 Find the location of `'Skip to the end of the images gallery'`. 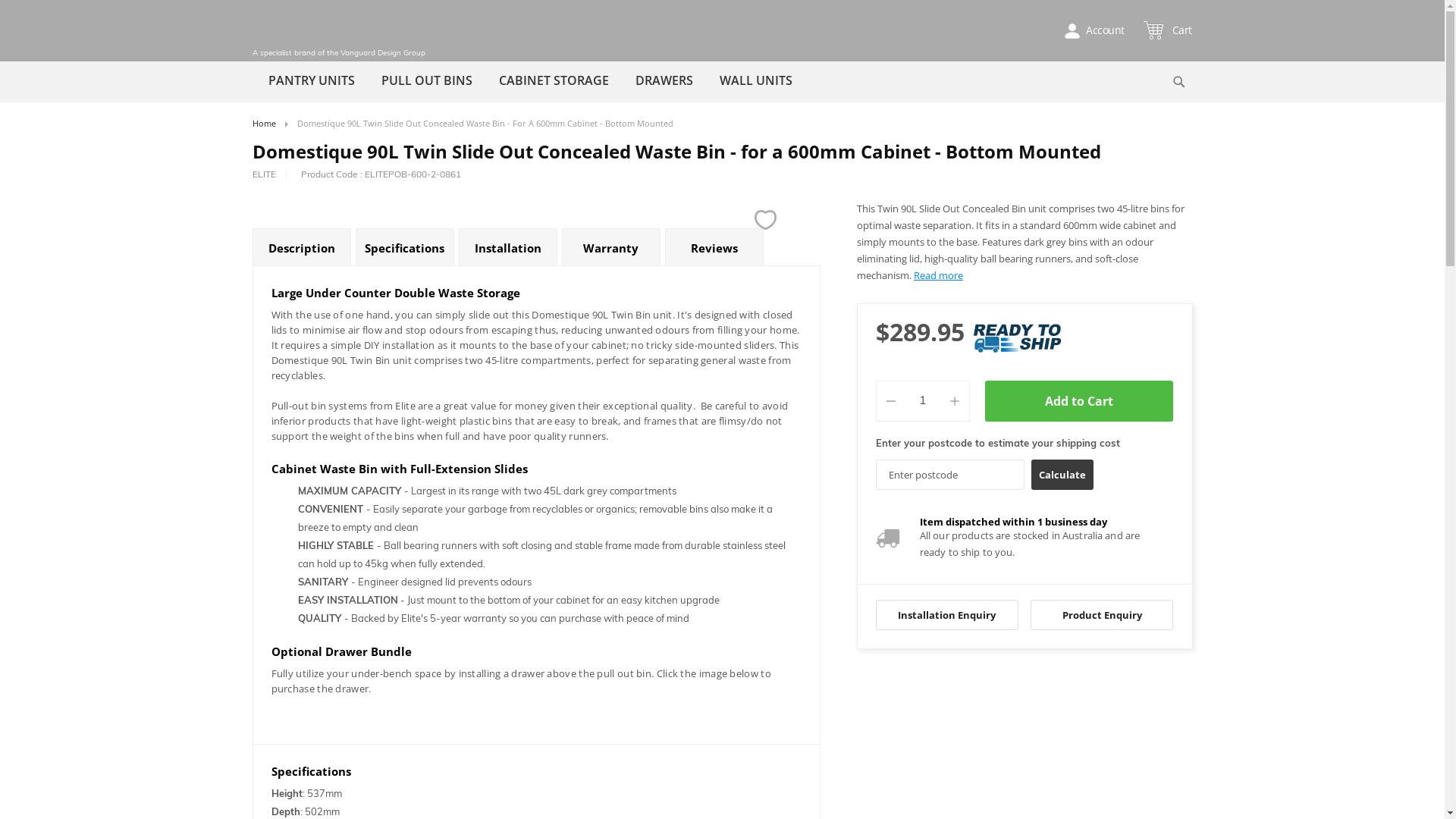

'Skip to the end of the images gallery' is located at coordinates (252, 199).